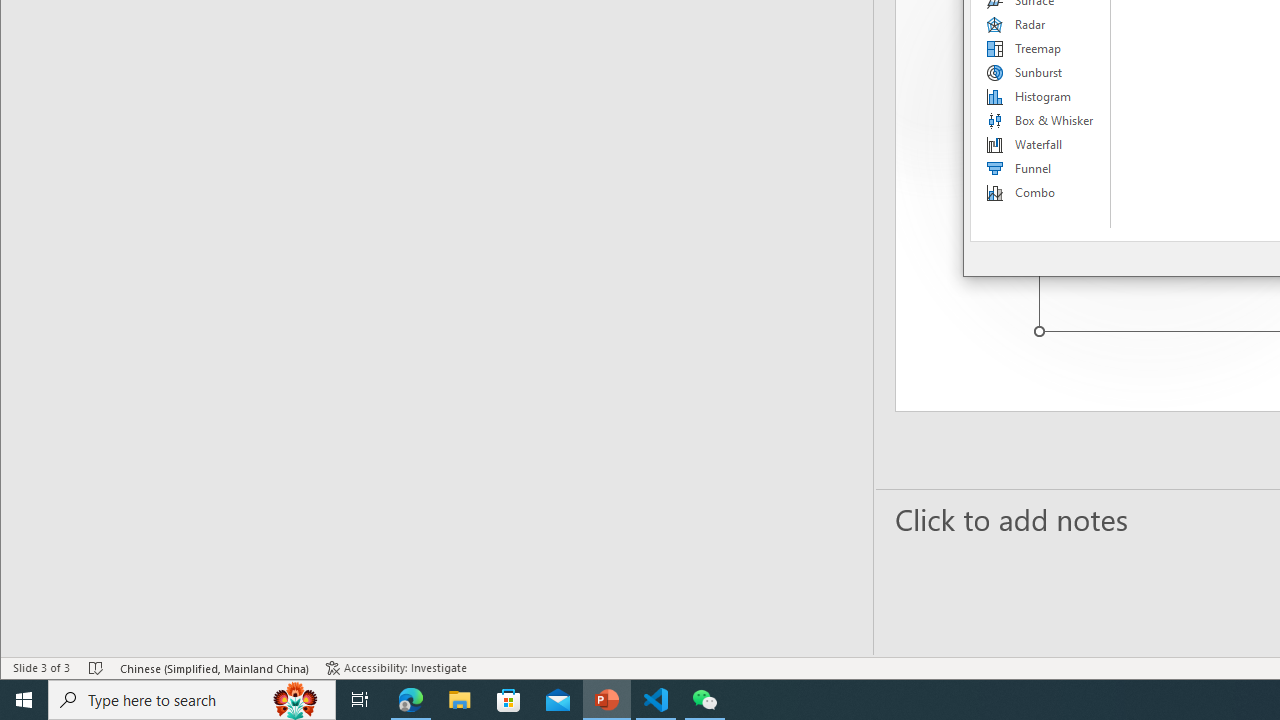 This screenshot has height=720, width=1280. Describe the element at coordinates (1040, 96) in the screenshot. I see `'Histogram'` at that location.